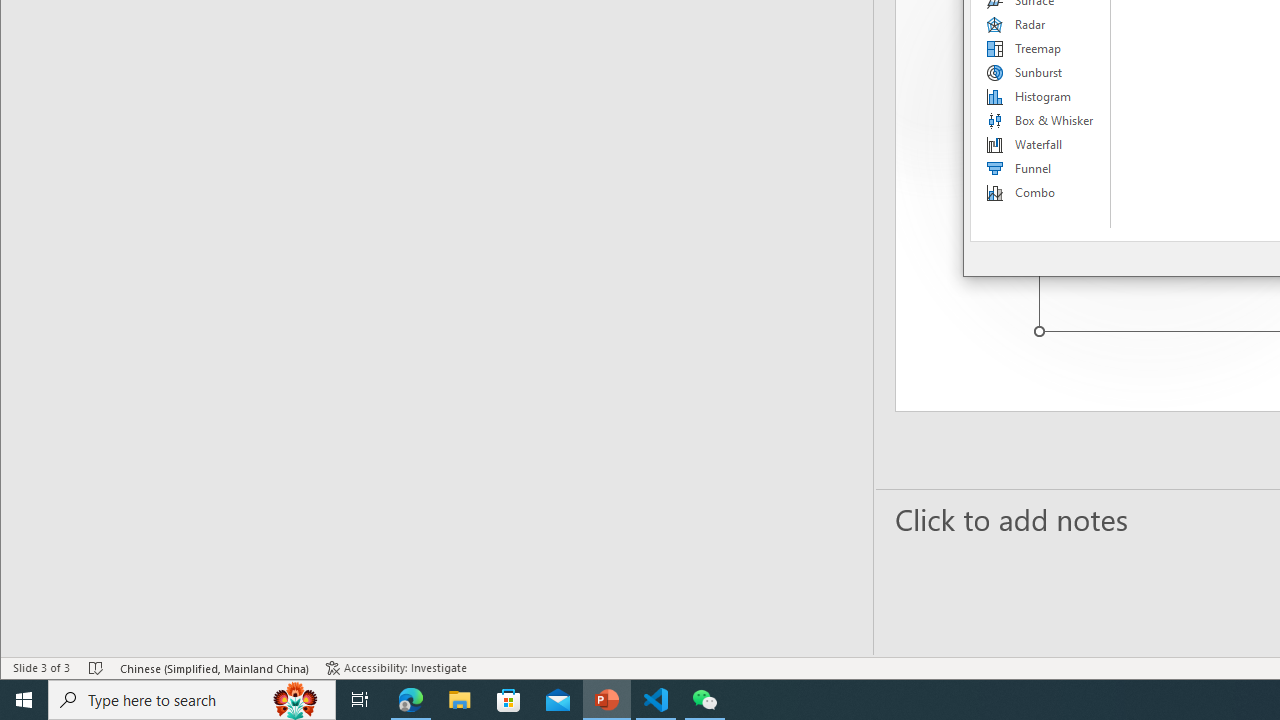 This screenshot has height=720, width=1280. Describe the element at coordinates (1040, 96) in the screenshot. I see `'Histogram'` at that location.